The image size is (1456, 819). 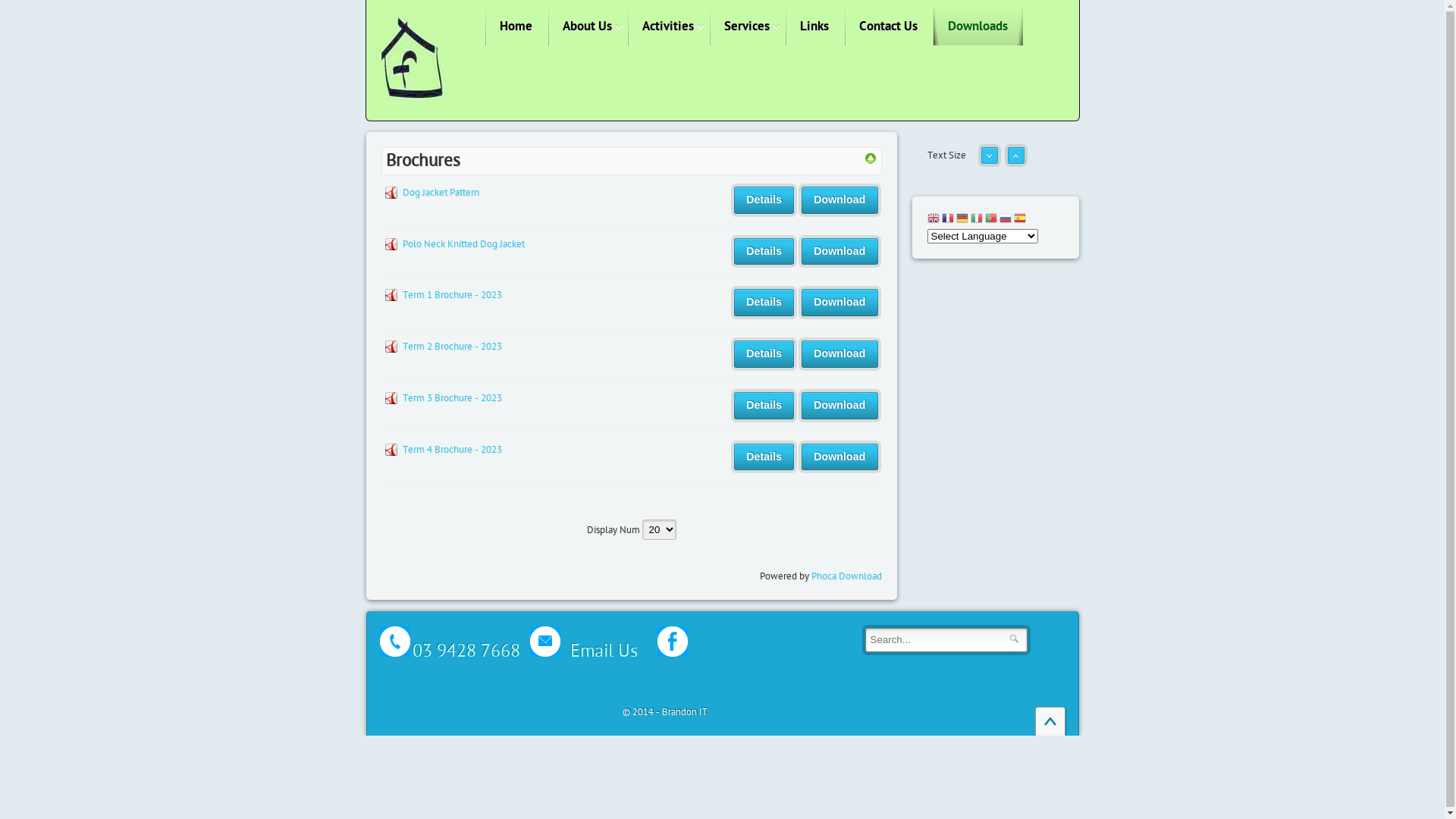 What do you see at coordinates (941, 219) in the screenshot?
I see `'French'` at bounding box center [941, 219].